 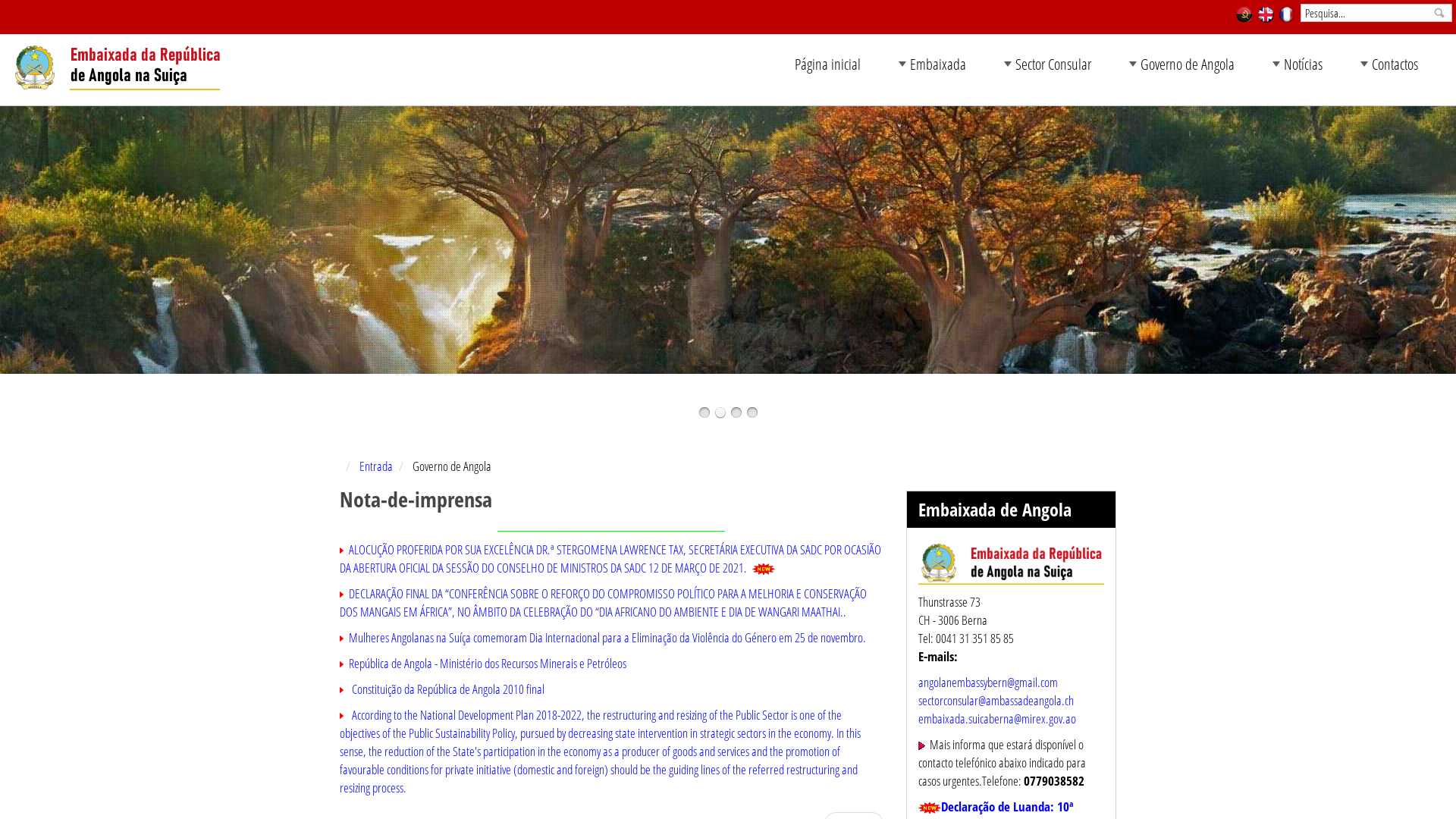 I want to click on 'angolanembassybern@gmail.com', so click(x=987, y=681).